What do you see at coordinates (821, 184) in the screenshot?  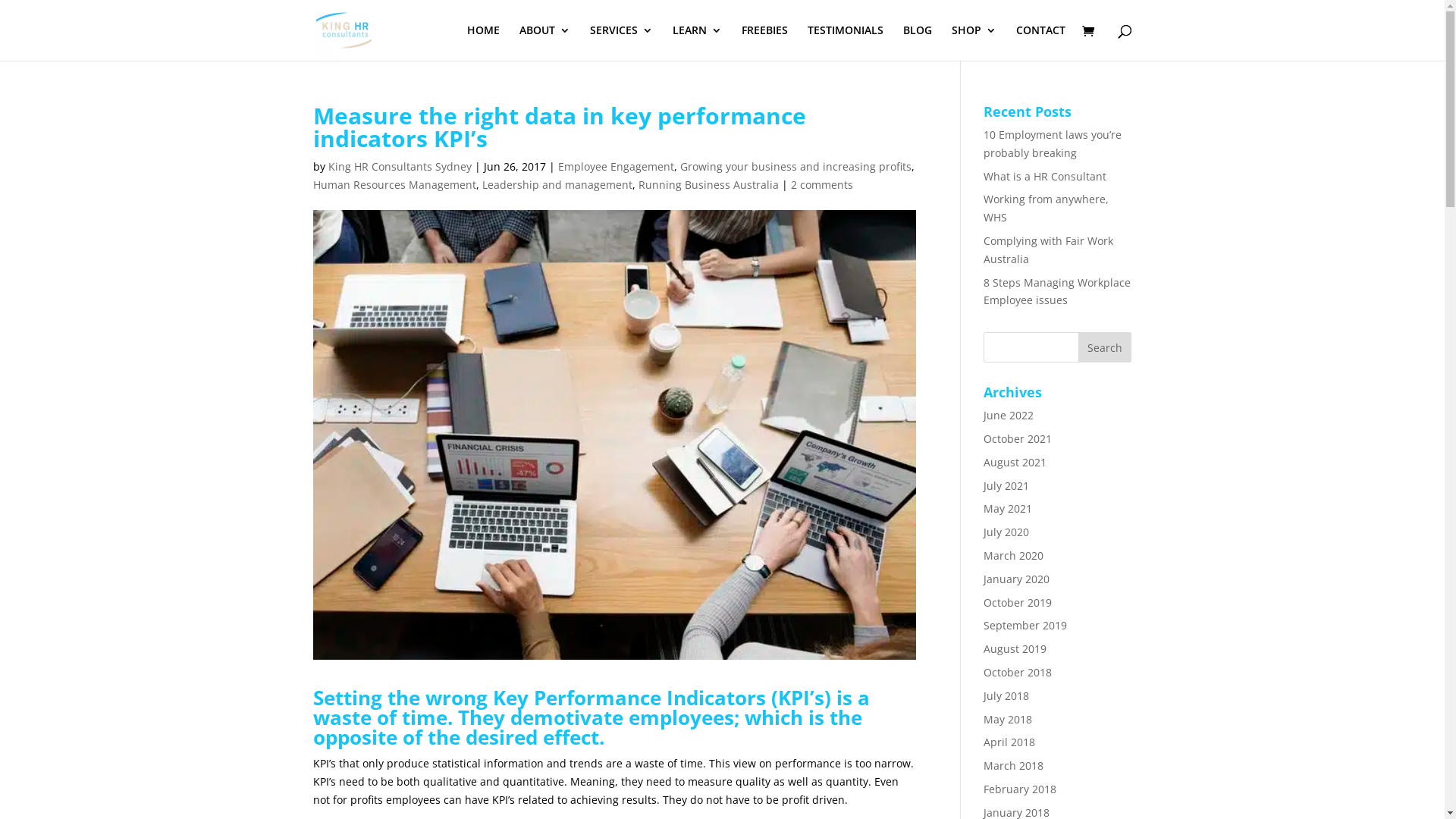 I see `'2 comments'` at bounding box center [821, 184].